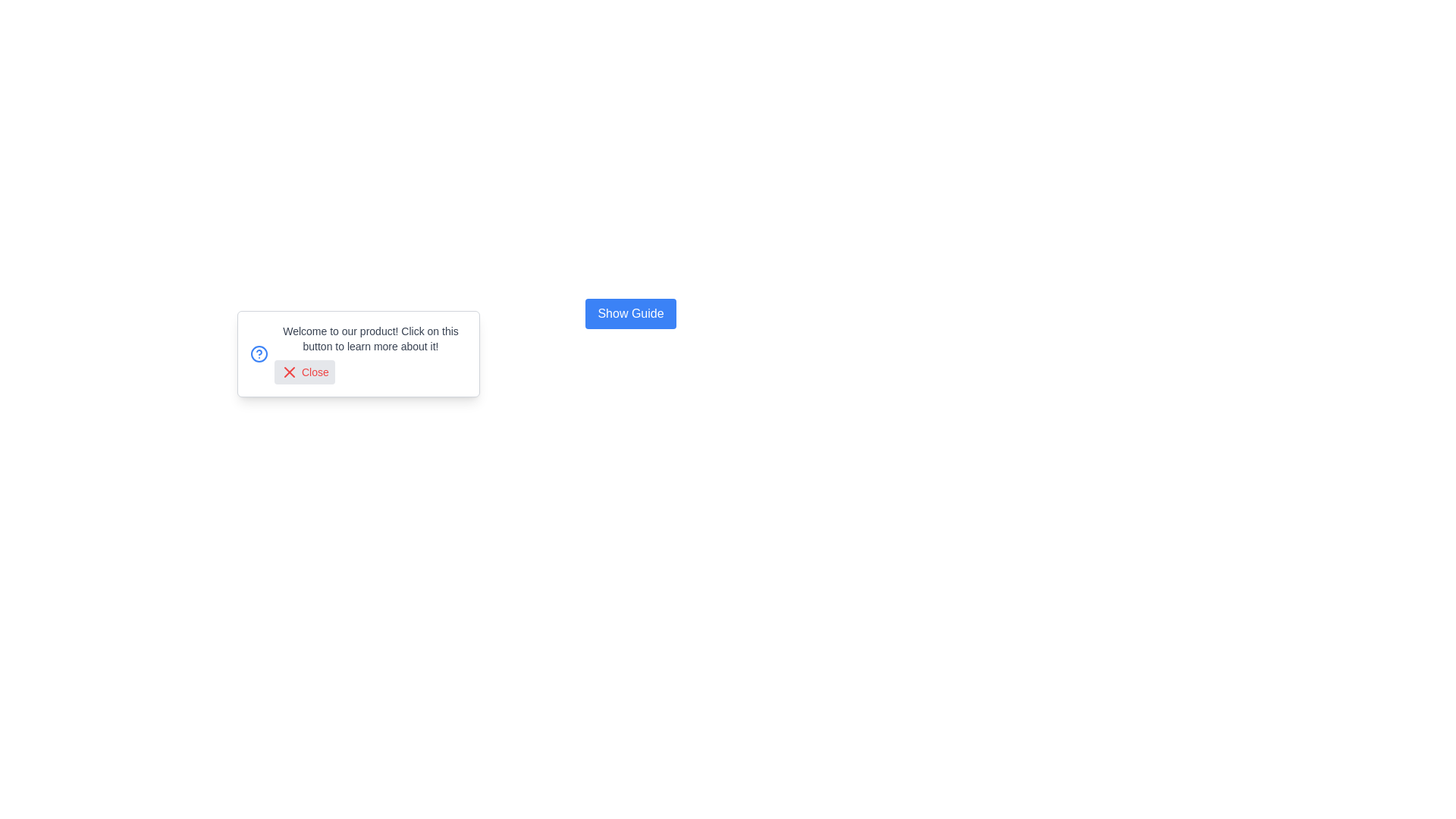 This screenshot has height=819, width=1456. Describe the element at coordinates (630, 312) in the screenshot. I see `the blue rectangular button labeled 'Show Guide'` at that location.